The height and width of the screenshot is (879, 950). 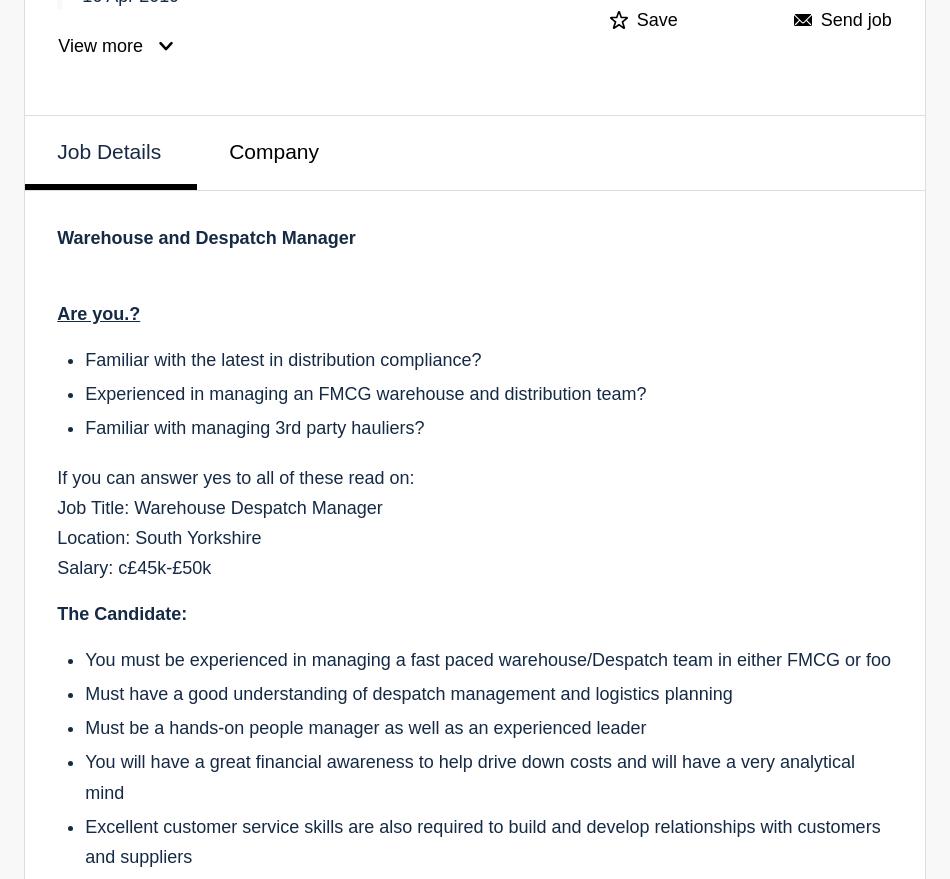 I want to click on 'Save', so click(x=656, y=19).